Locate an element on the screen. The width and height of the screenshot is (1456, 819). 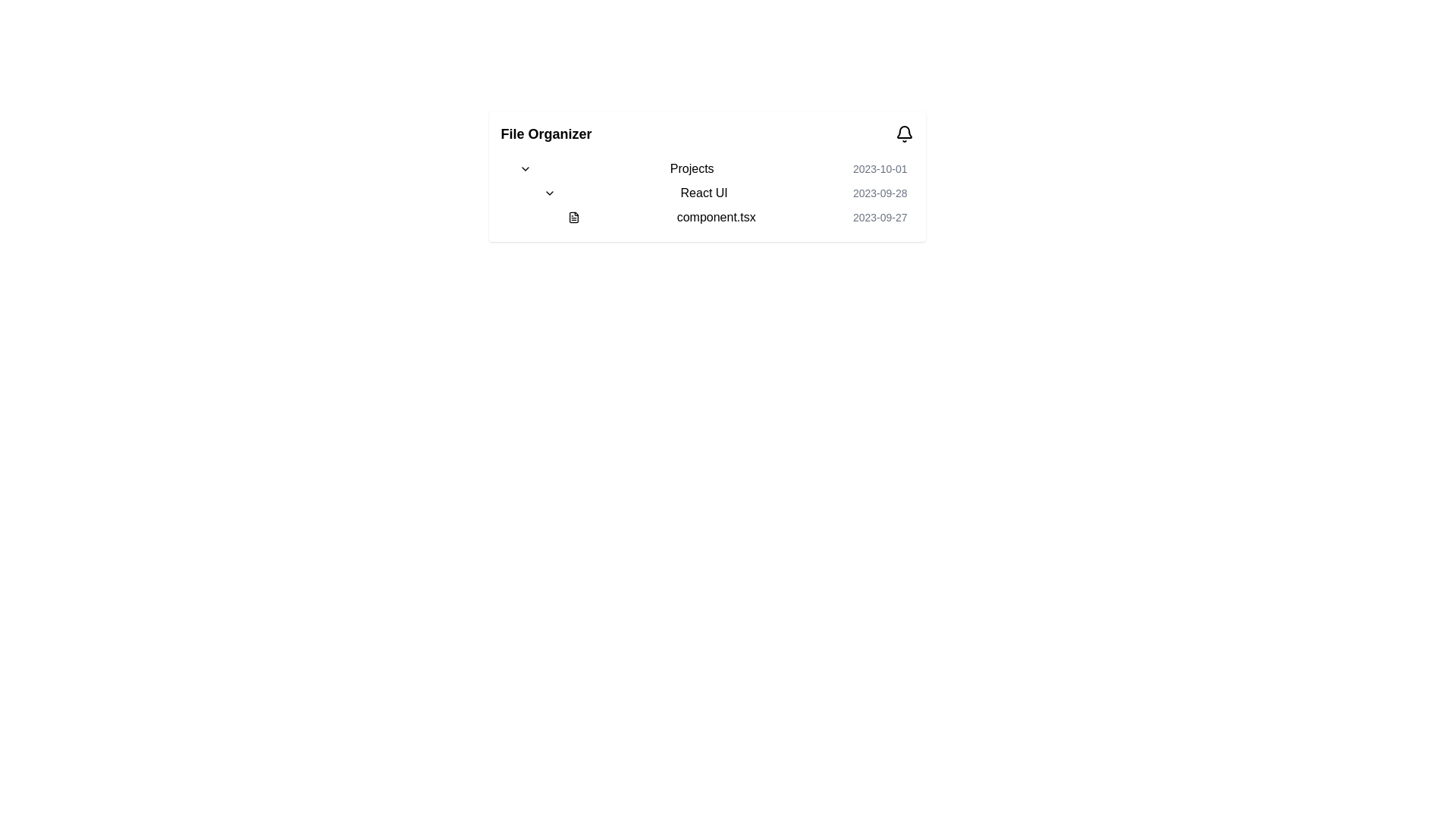
the chevron icon located to the left of the 'React UI' text to trigger hover effects is located at coordinates (548, 192).